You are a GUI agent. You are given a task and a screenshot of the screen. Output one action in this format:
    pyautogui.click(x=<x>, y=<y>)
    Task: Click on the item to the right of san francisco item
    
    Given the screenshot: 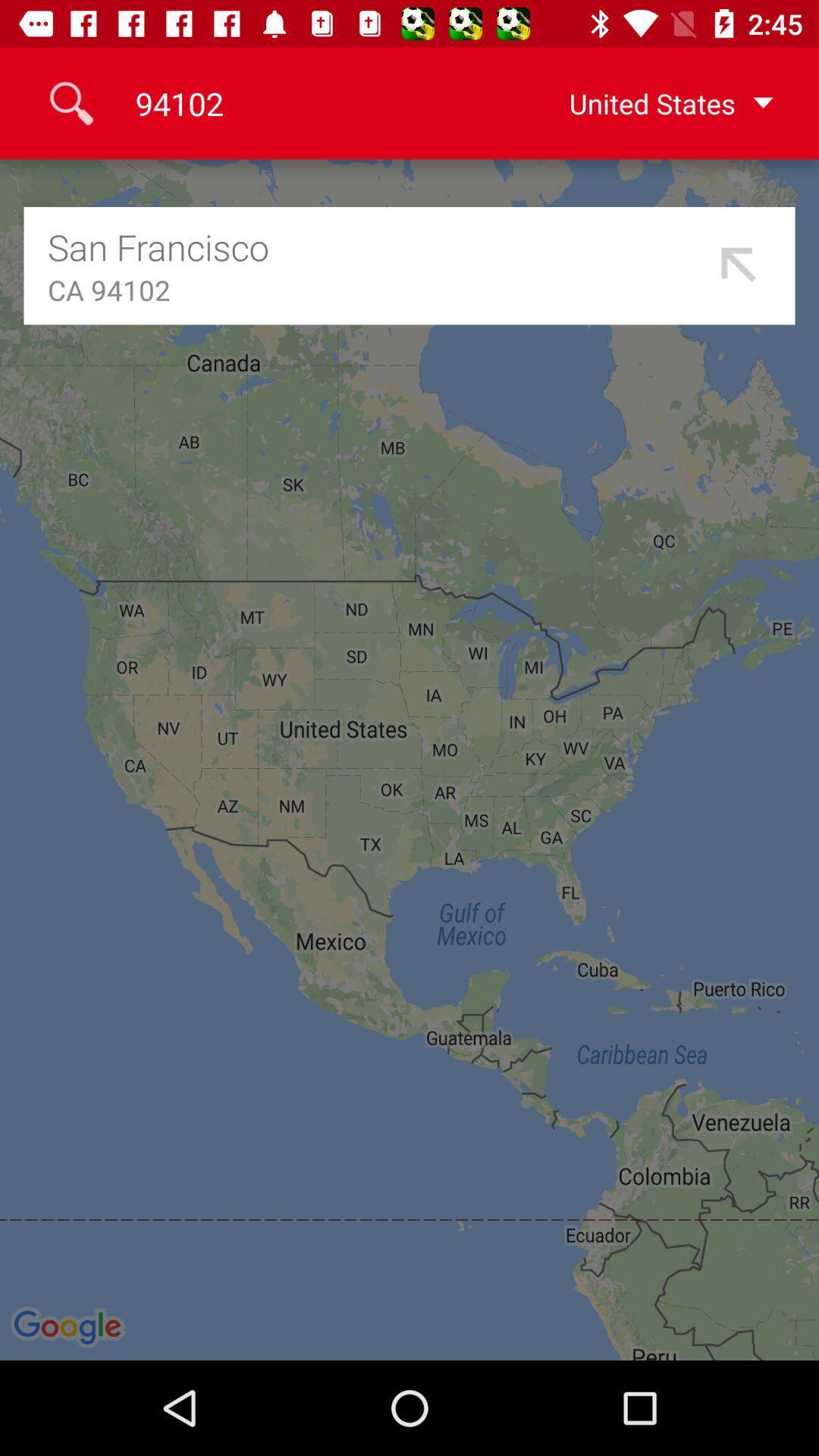 What is the action you would take?
    pyautogui.click(x=739, y=265)
    